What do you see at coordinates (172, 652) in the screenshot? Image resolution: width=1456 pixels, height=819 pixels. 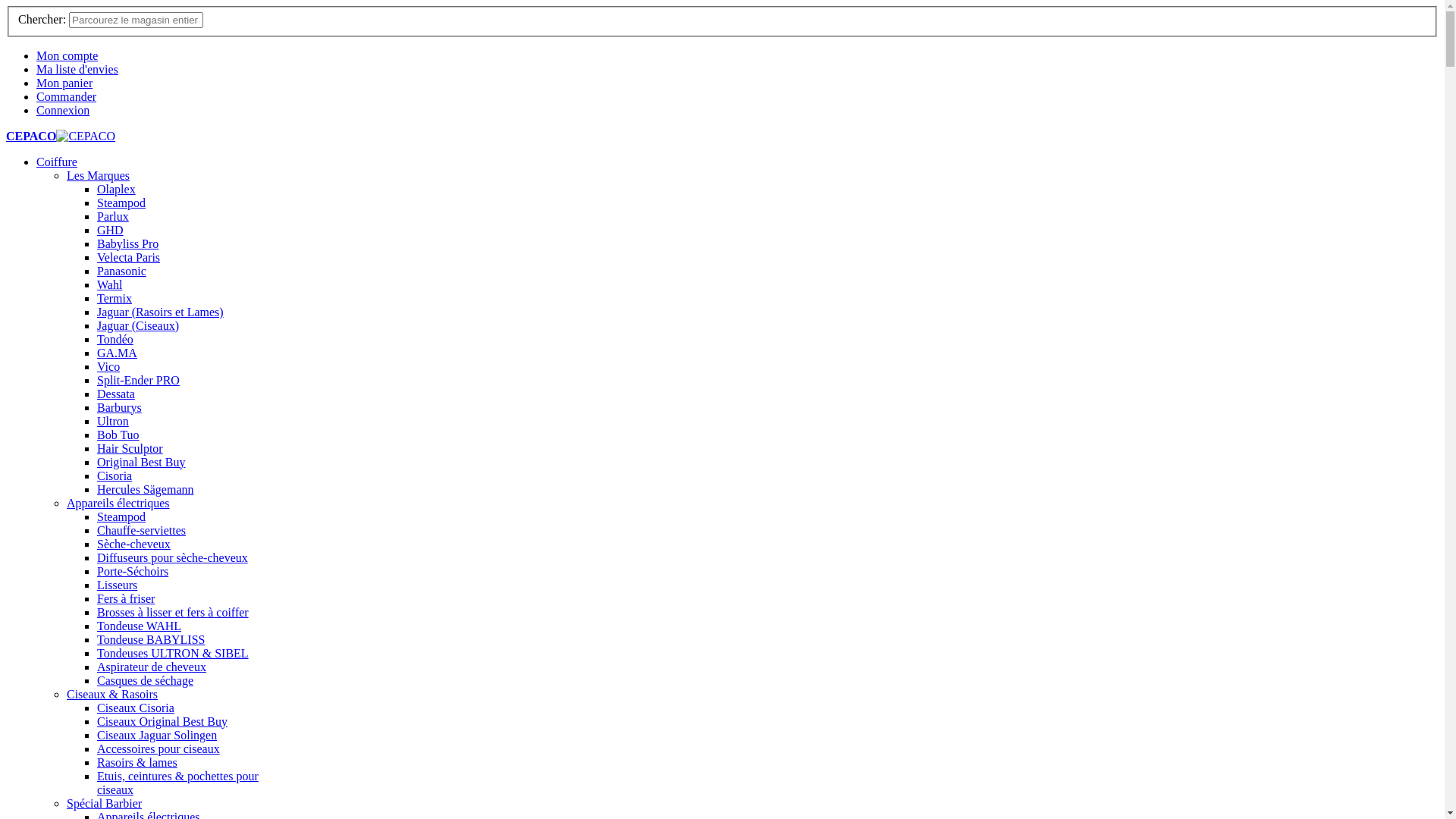 I see `'Tondeuses ULTRON & SIBEL'` at bounding box center [172, 652].